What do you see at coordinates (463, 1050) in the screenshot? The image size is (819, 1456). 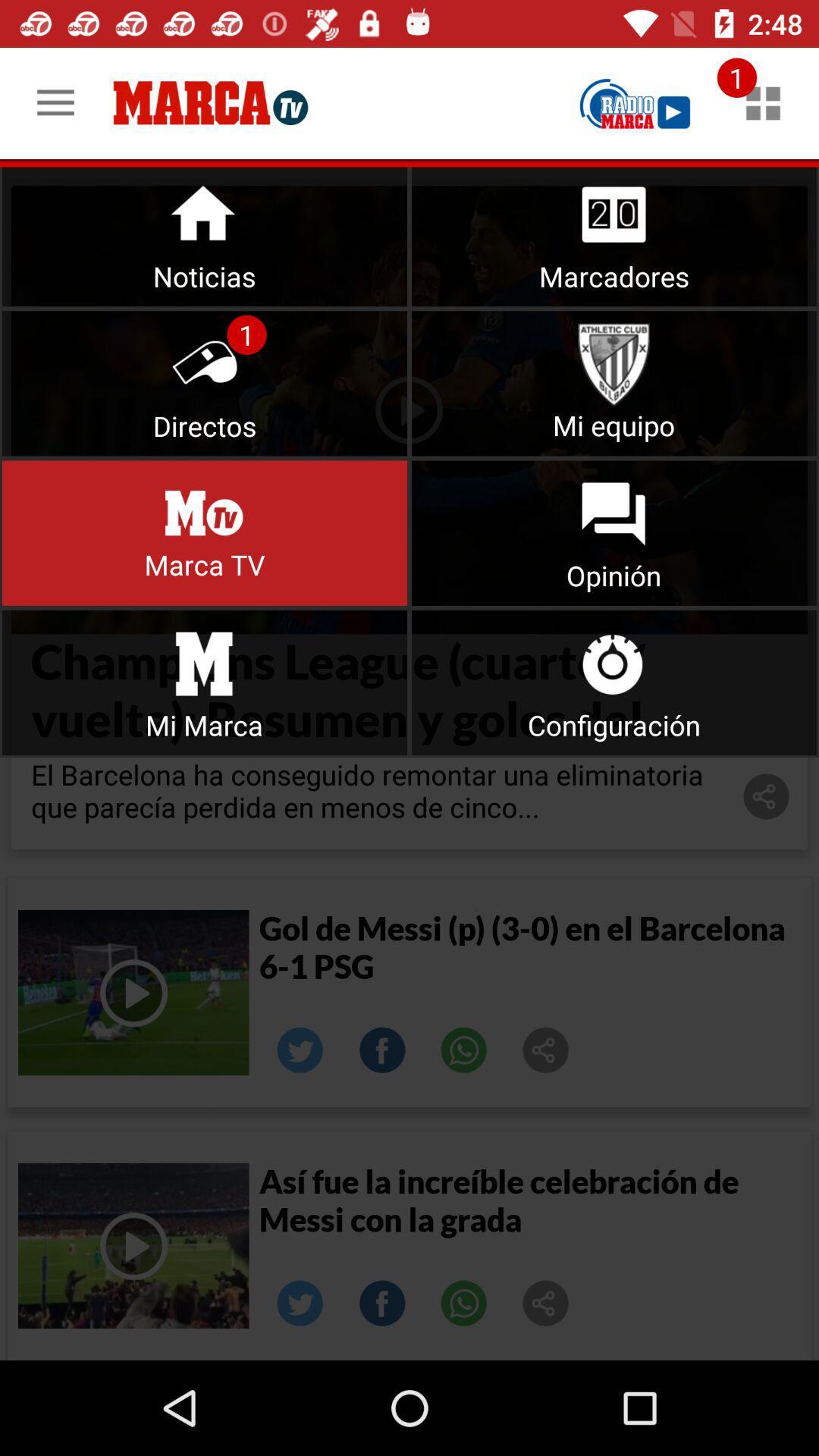 I see `share on whatsapp` at bounding box center [463, 1050].